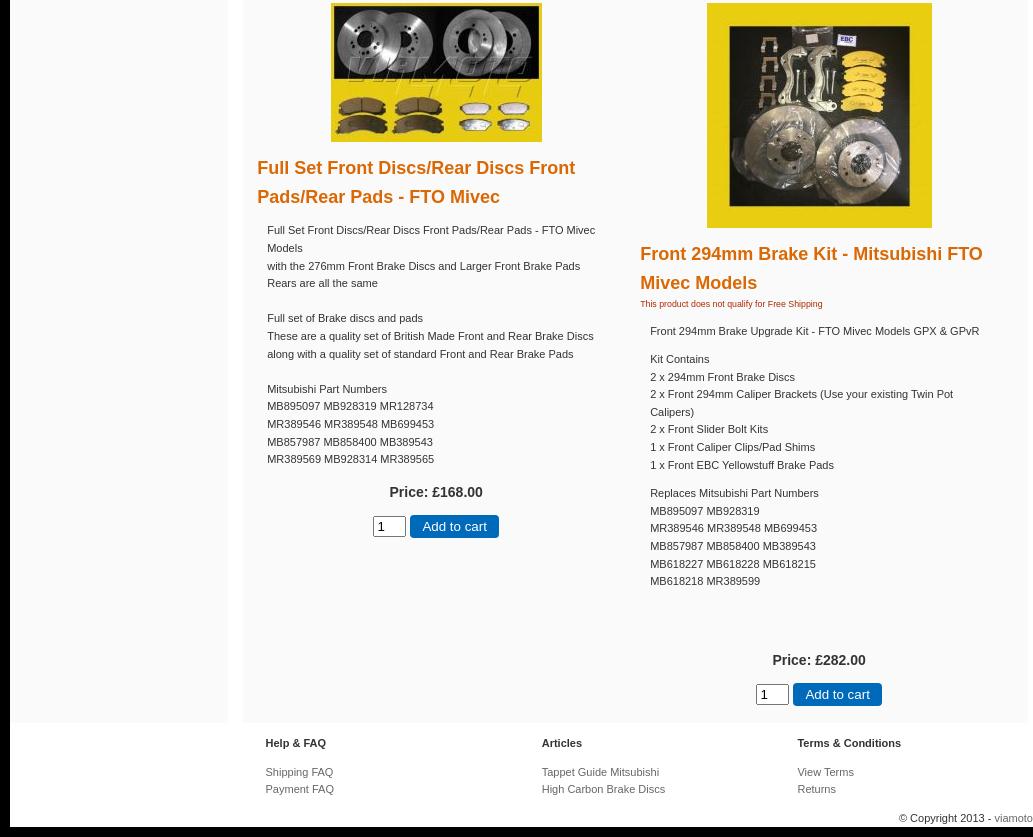  I want to click on 'This product does not qualify for Free Shipping', so click(730, 303).